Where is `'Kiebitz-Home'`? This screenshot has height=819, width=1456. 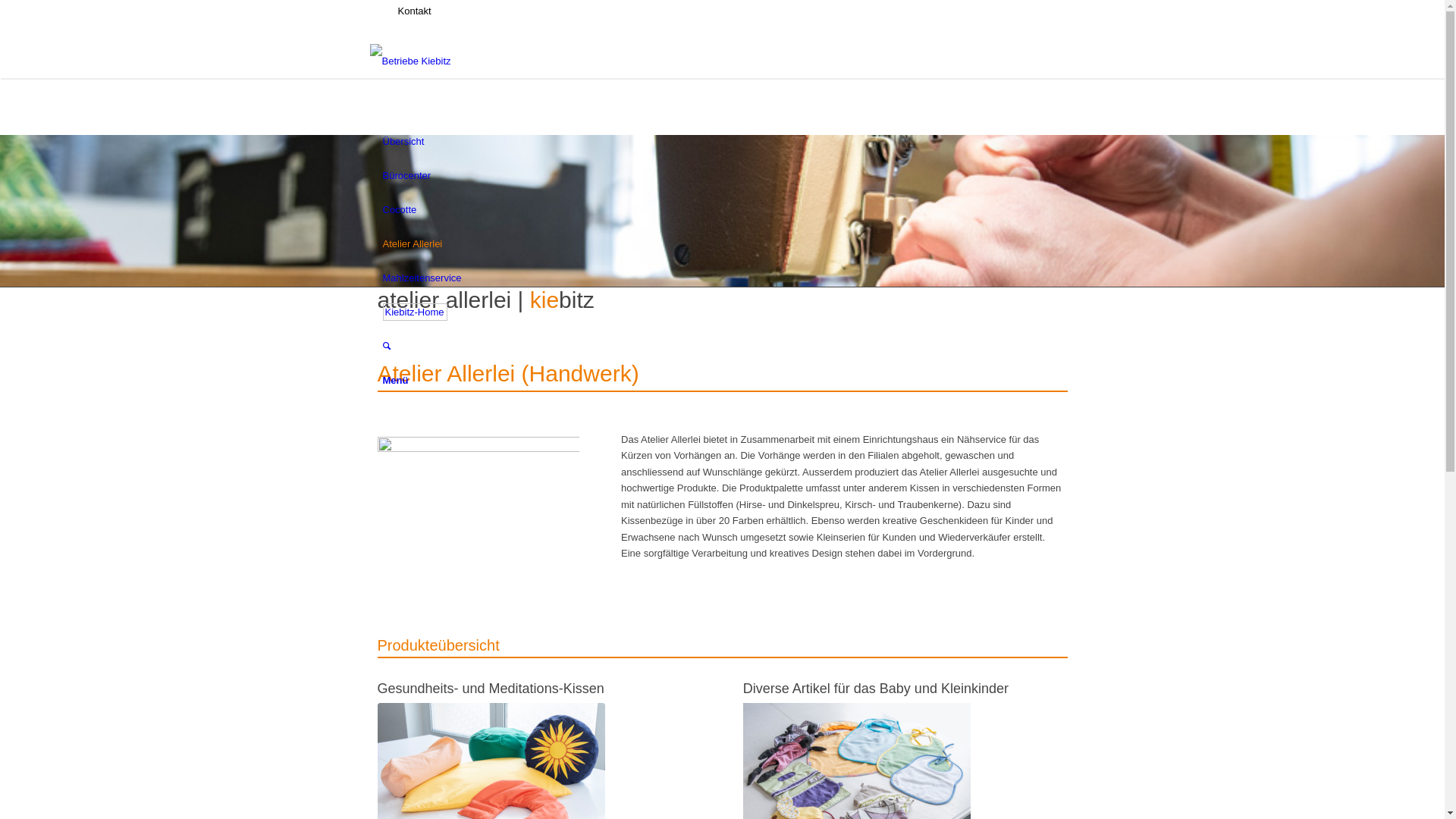 'Kiebitz-Home' is located at coordinates (414, 311).